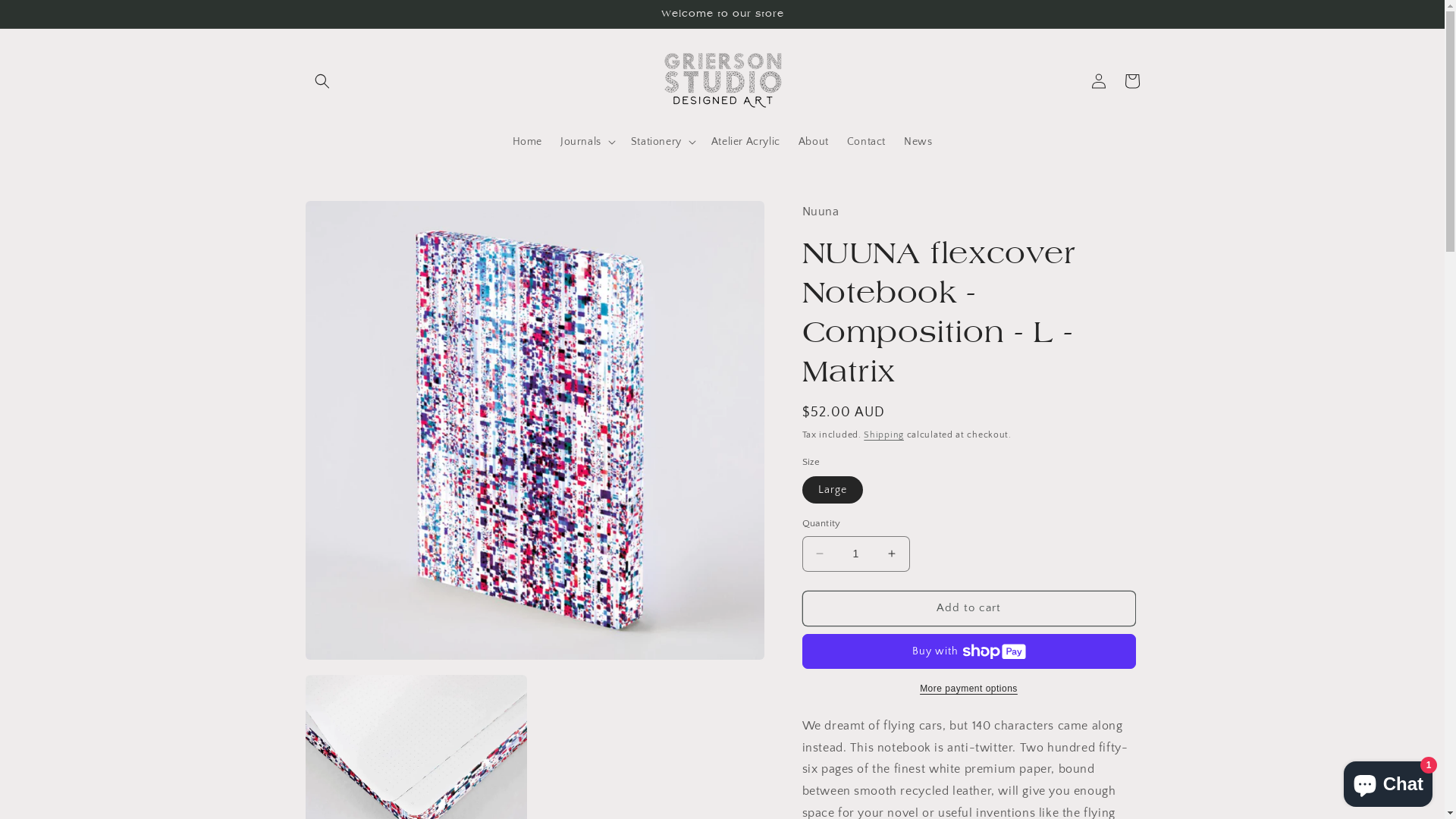  What do you see at coordinates (701, 141) in the screenshot?
I see `'Atelier Acrylic'` at bounding box center [701, 141].